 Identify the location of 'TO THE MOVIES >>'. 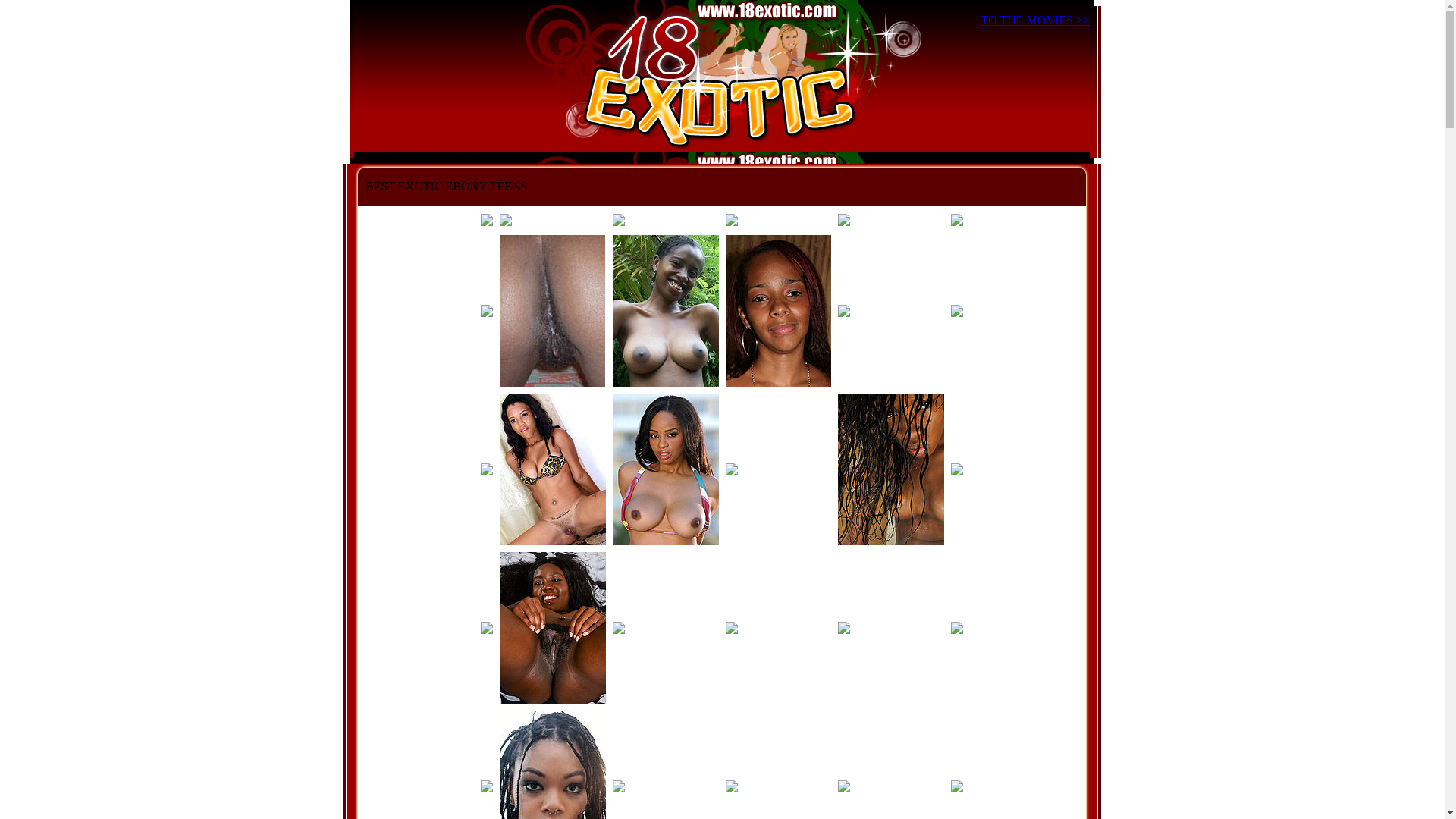
(1034, 20).